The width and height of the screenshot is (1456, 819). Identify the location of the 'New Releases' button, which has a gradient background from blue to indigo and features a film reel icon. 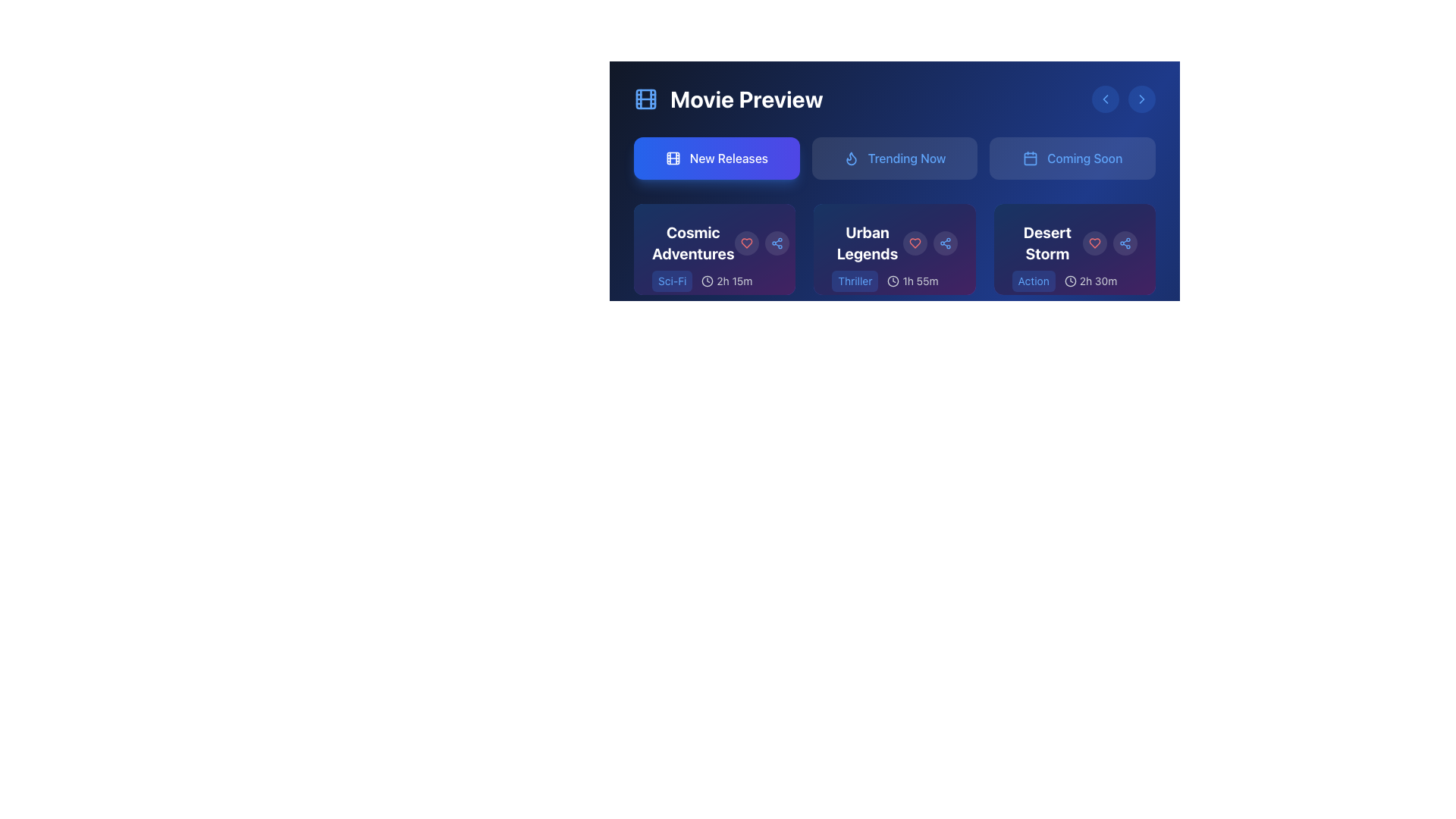
(716, 158).